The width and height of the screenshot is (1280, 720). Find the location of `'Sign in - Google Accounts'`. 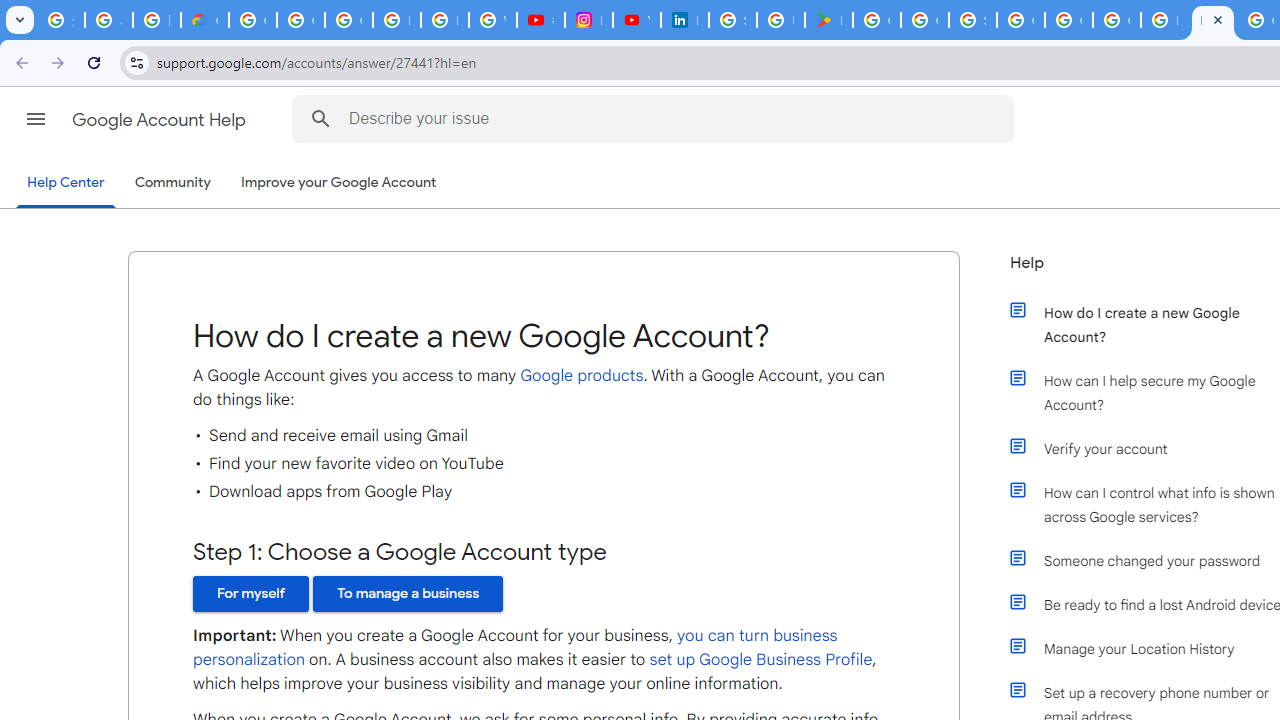

'Sign in - Google Accounts' is located at coordinates (731, 20).